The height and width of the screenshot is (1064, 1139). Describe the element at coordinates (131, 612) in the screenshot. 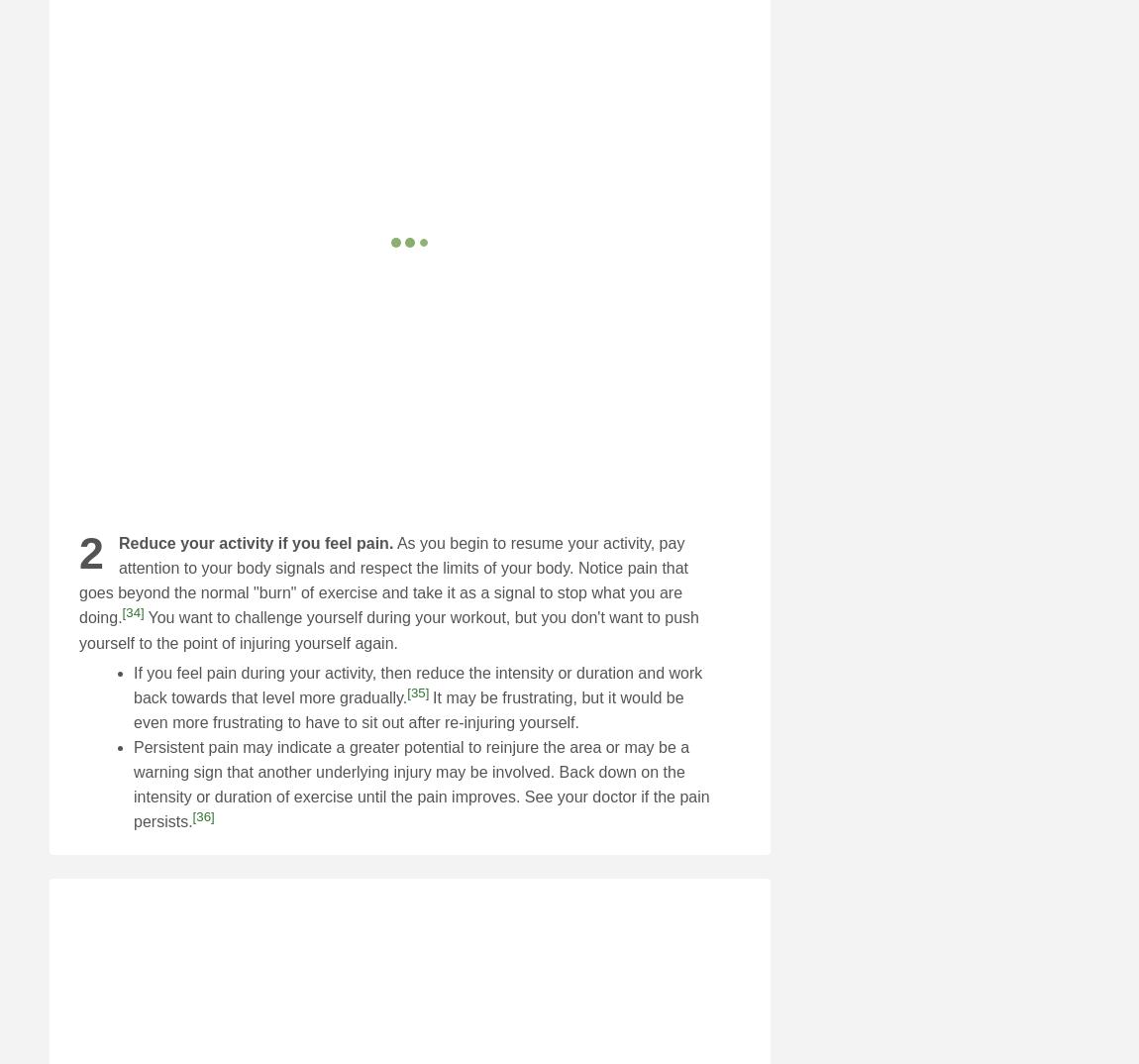

I see `'[34]'` at that location.